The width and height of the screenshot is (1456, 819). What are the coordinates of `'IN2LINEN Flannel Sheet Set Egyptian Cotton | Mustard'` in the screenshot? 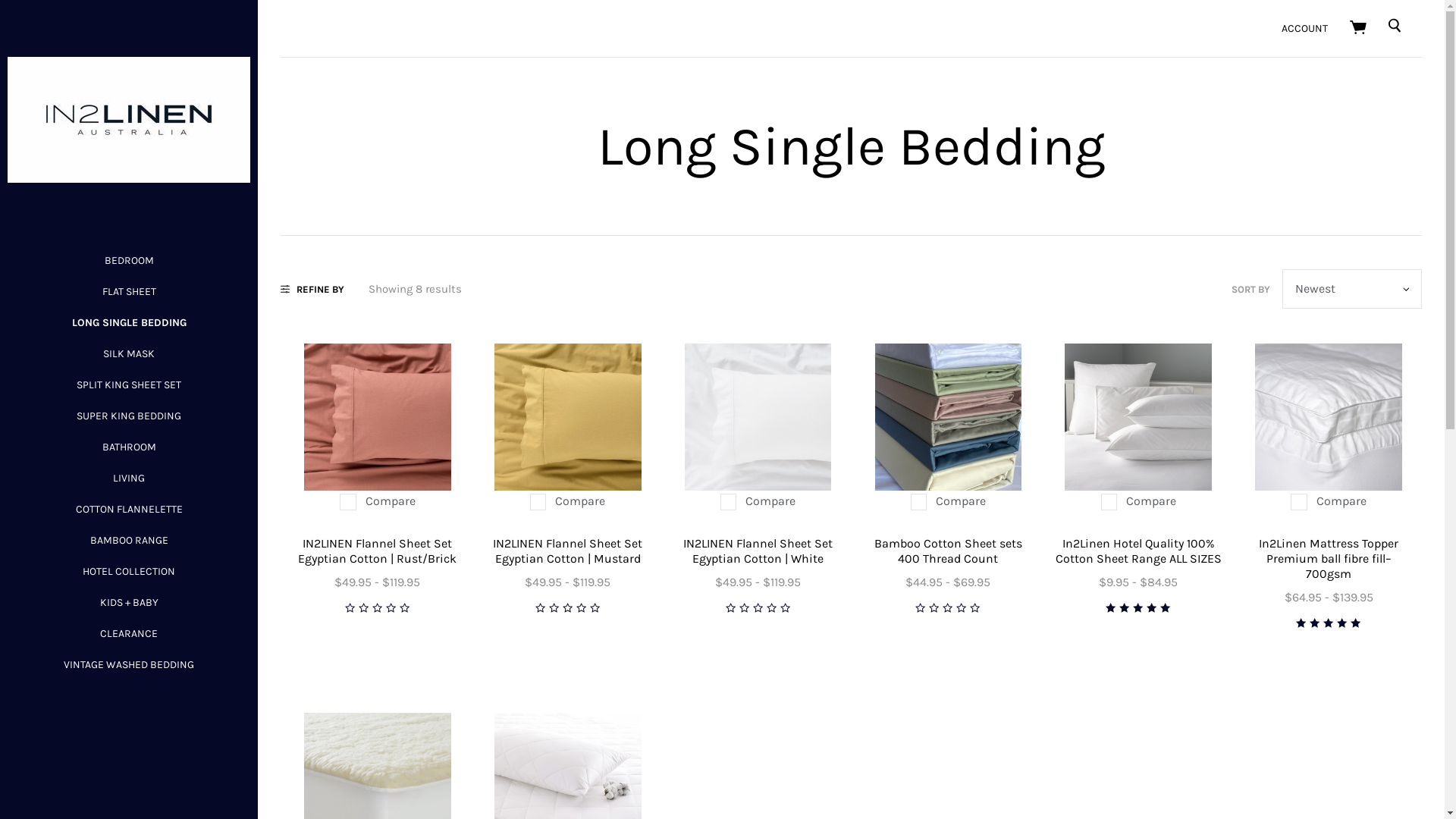 It's located at (566, 417).